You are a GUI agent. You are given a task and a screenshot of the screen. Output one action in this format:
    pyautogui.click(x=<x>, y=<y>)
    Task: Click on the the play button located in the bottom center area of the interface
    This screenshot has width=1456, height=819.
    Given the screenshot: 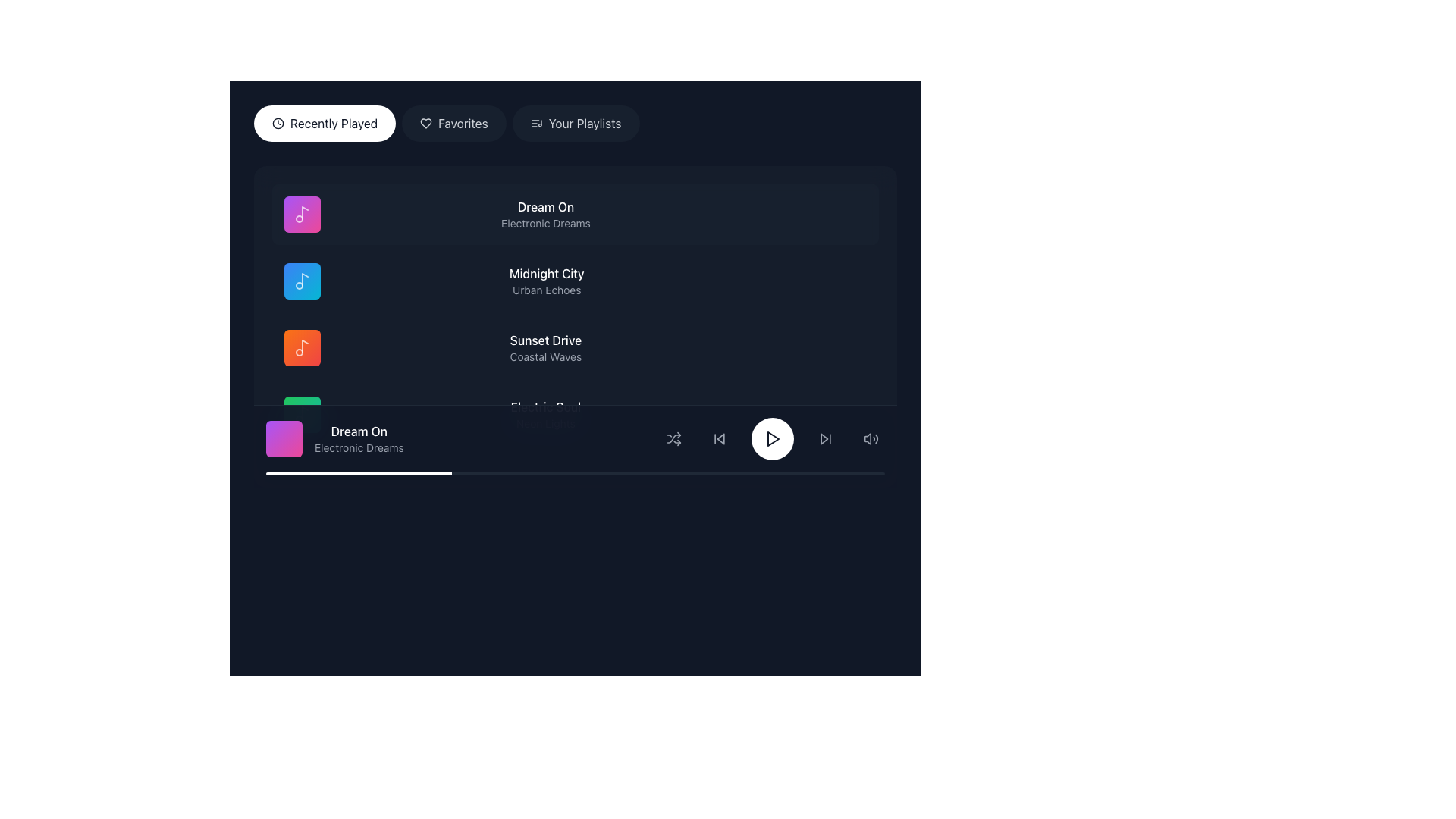 What is the action you would take?
    pyautogui.click(x=772, y=438)
    